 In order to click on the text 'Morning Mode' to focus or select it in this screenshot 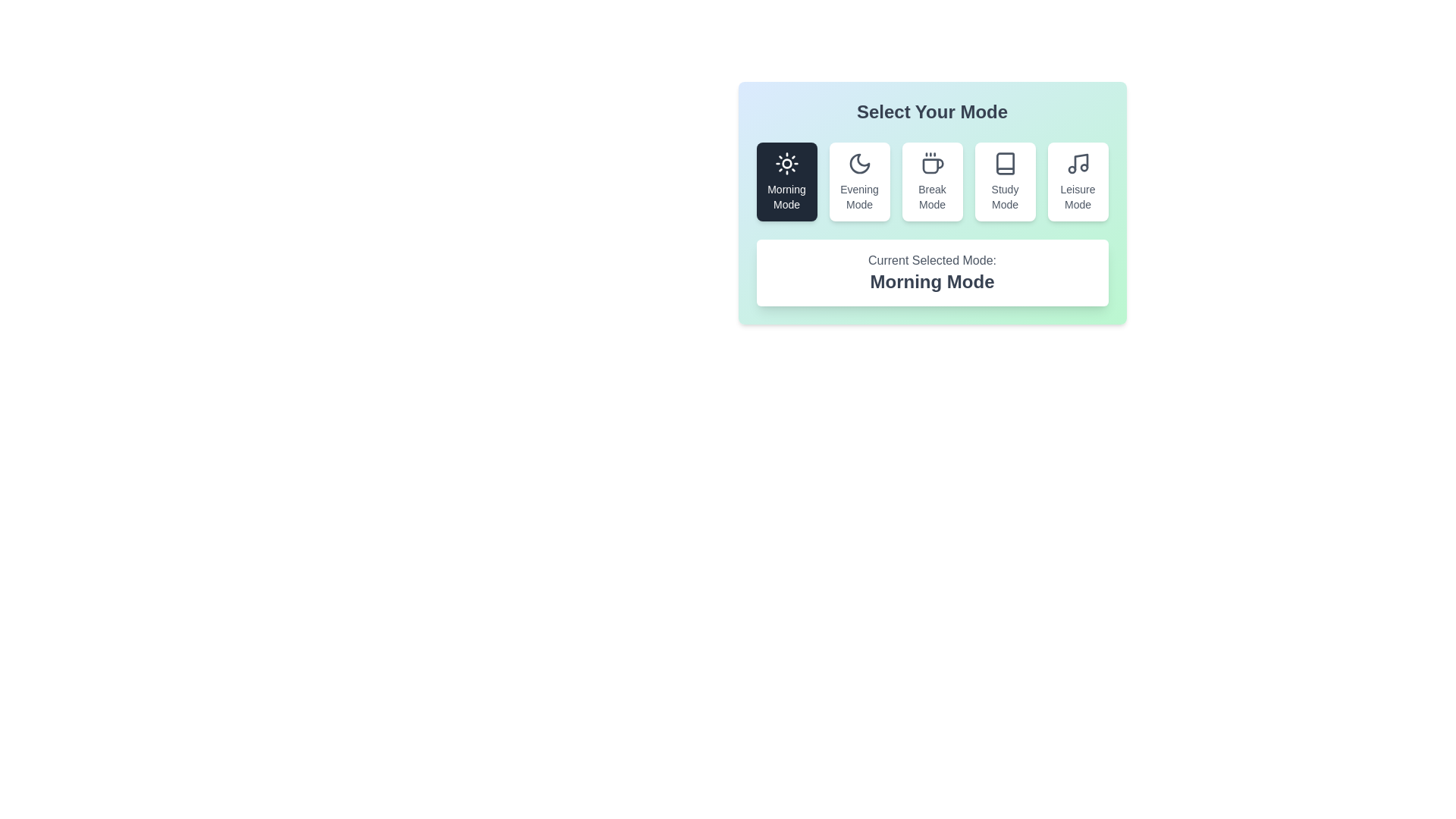, I will do `click(786, 196)`.